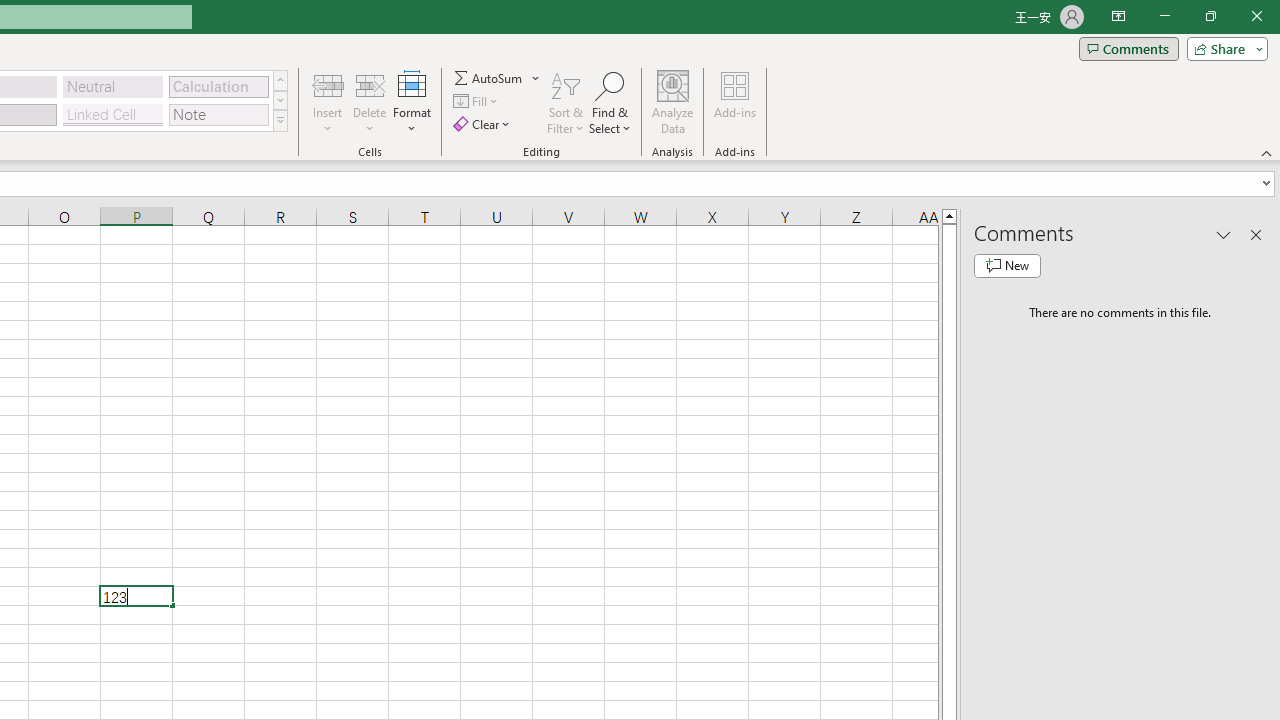  I want to click on 'Delete', so click(369, 103).